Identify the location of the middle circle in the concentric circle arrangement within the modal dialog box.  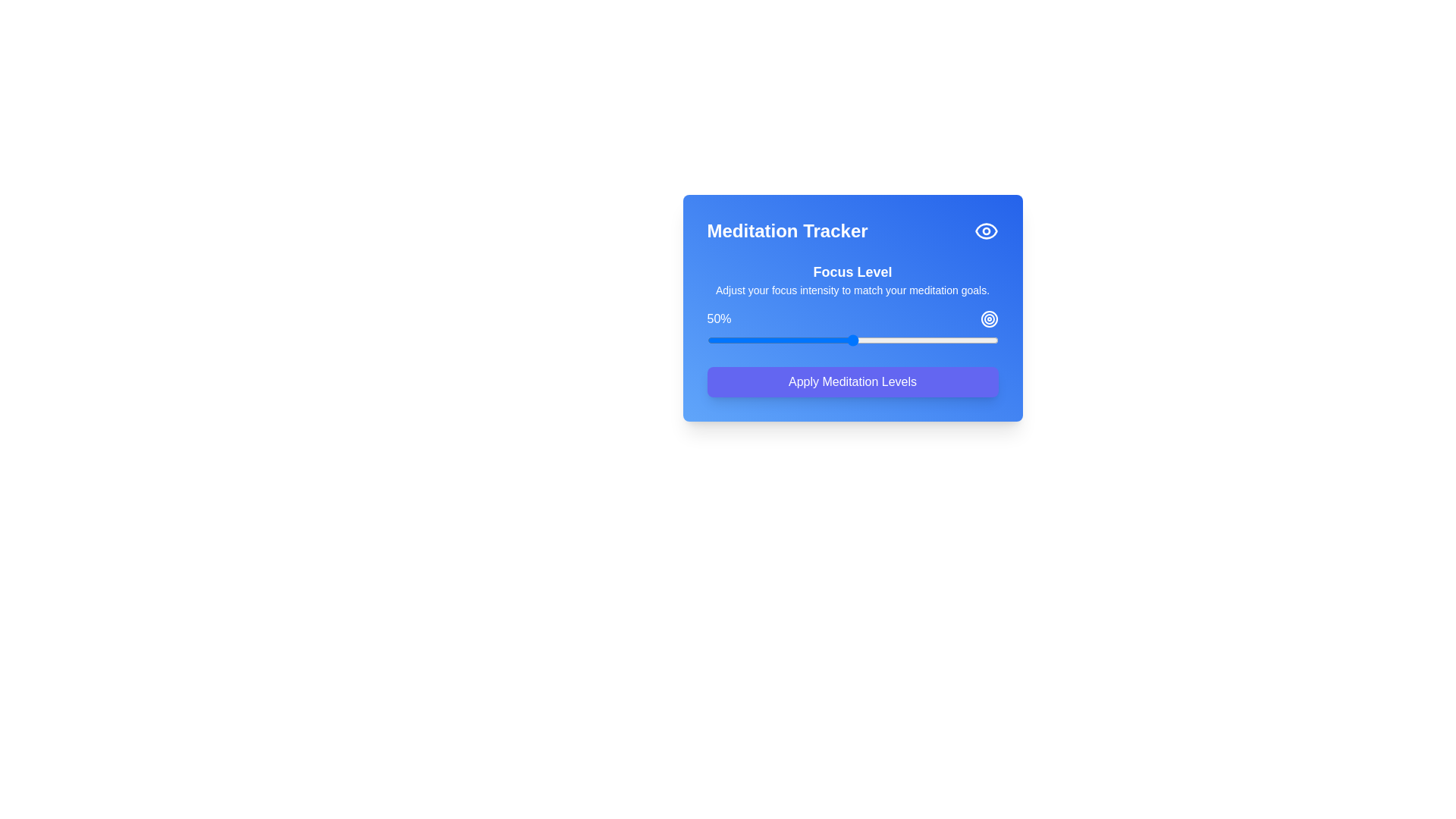
(989, 318).